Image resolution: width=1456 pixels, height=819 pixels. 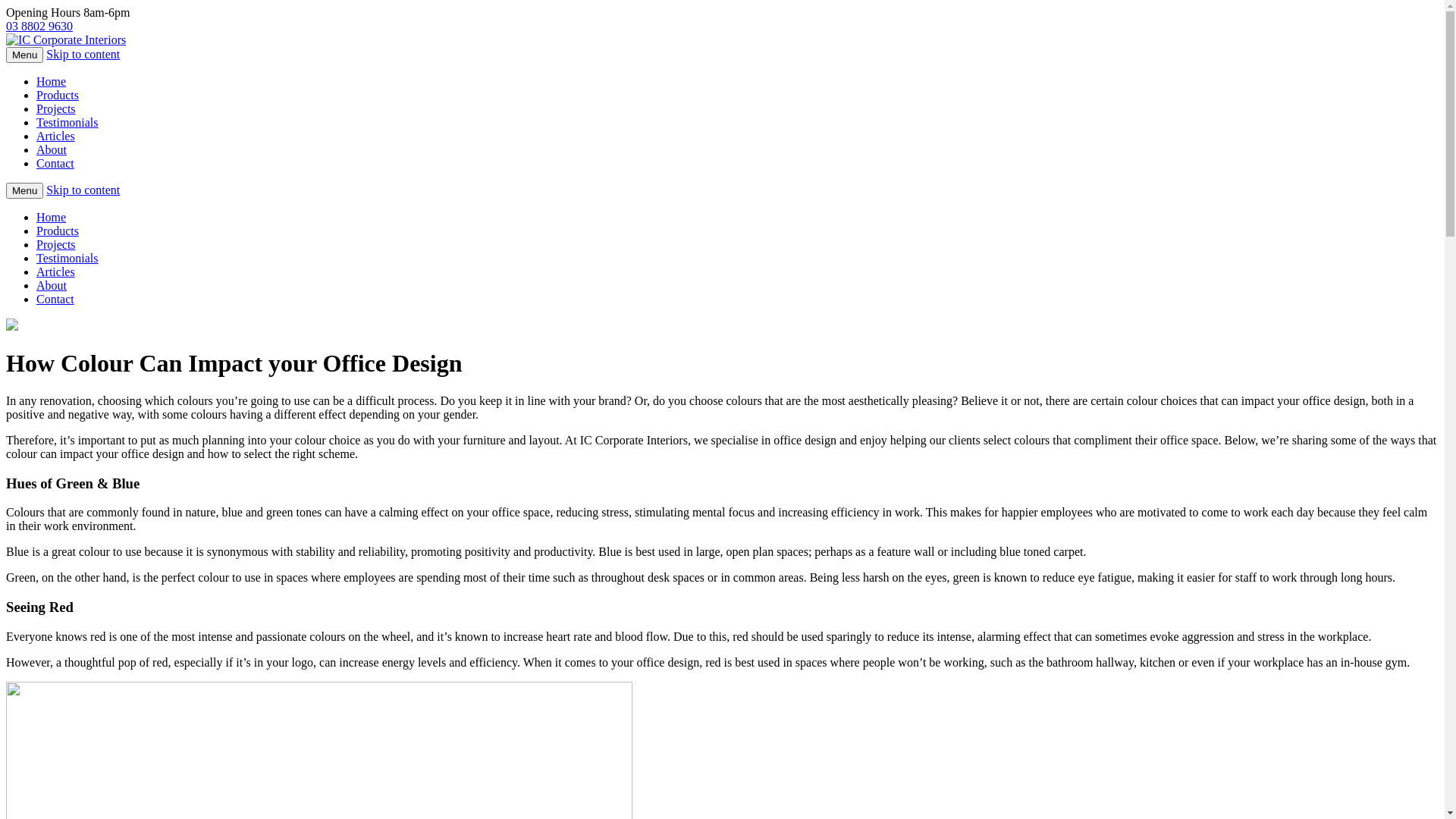 What do you see at coordinates (51, 285) in the screenshot?
I see `'About'` at bounding box center [51, 285].